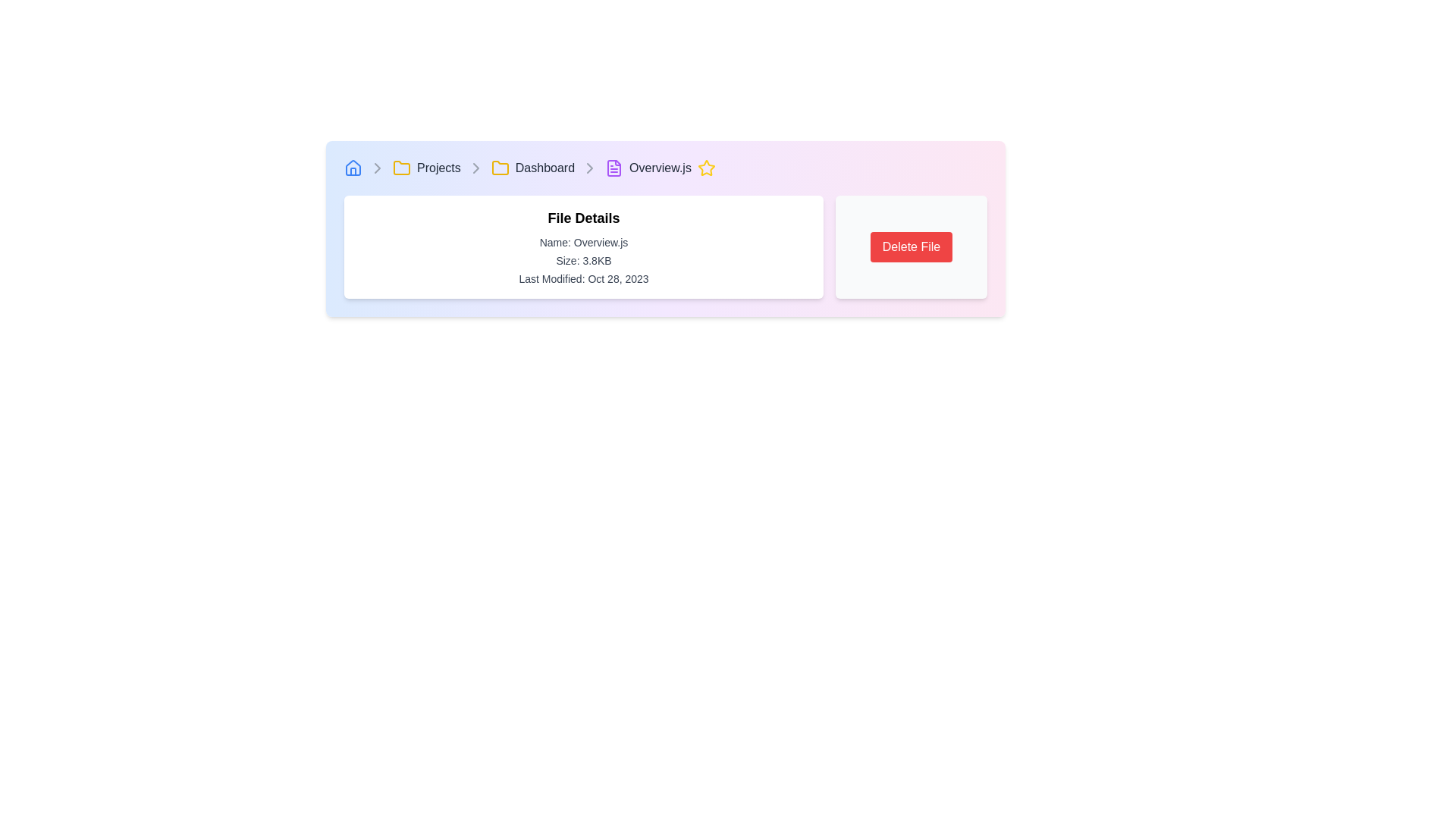  Describe the element at coordinates (401, 168) in the screenshot. I see `the distinct folder icon in the breadcrumbs navigation bar, which is positioned between the house-shaped icon and the 'Projects' text label` at that location.